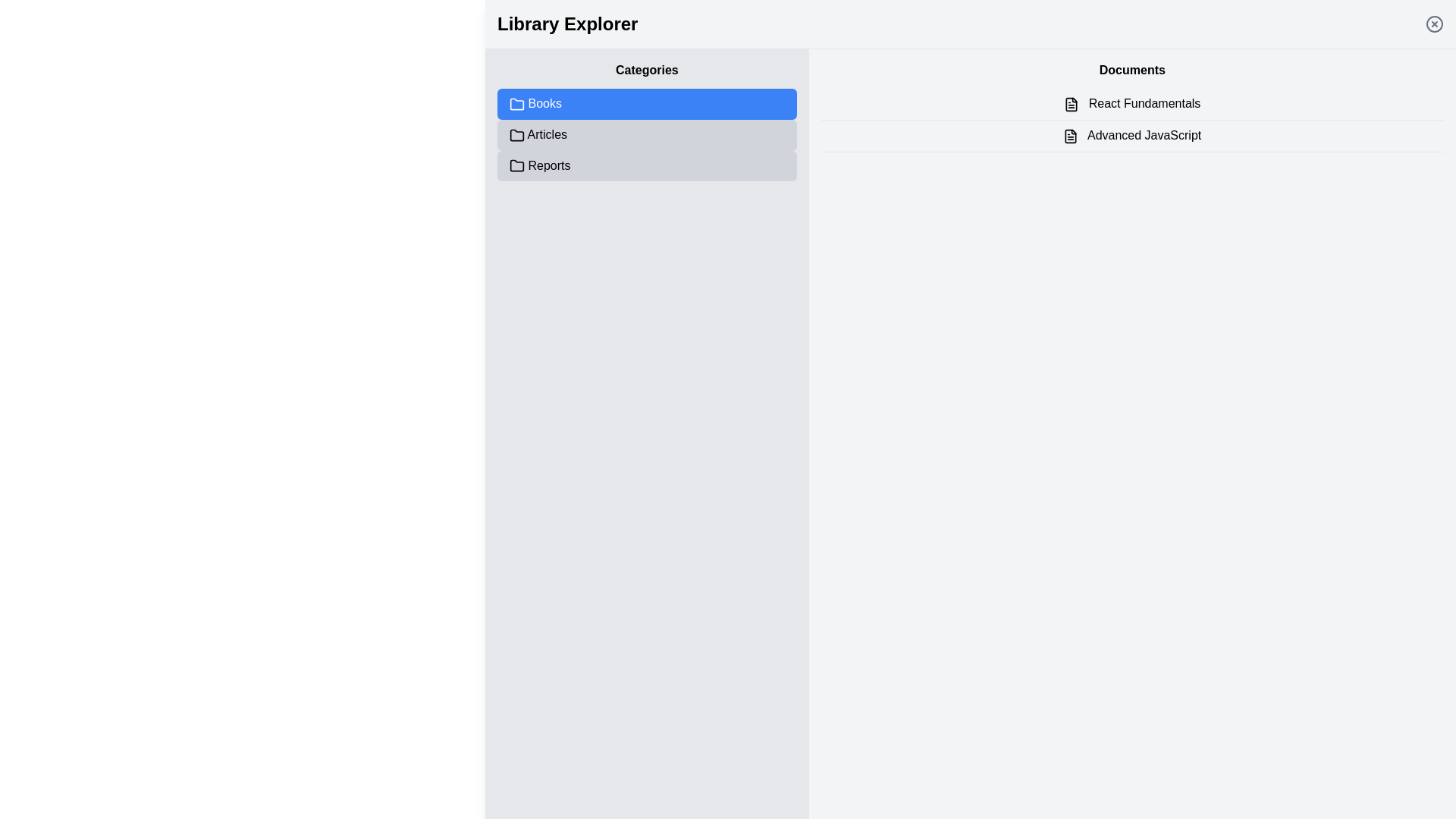  Describe the element at coordinates (1071, 103) in the screenshot. I see `the document icon for 'React Fundamentals' located in the 'Documents' section on the right panel` at that location.